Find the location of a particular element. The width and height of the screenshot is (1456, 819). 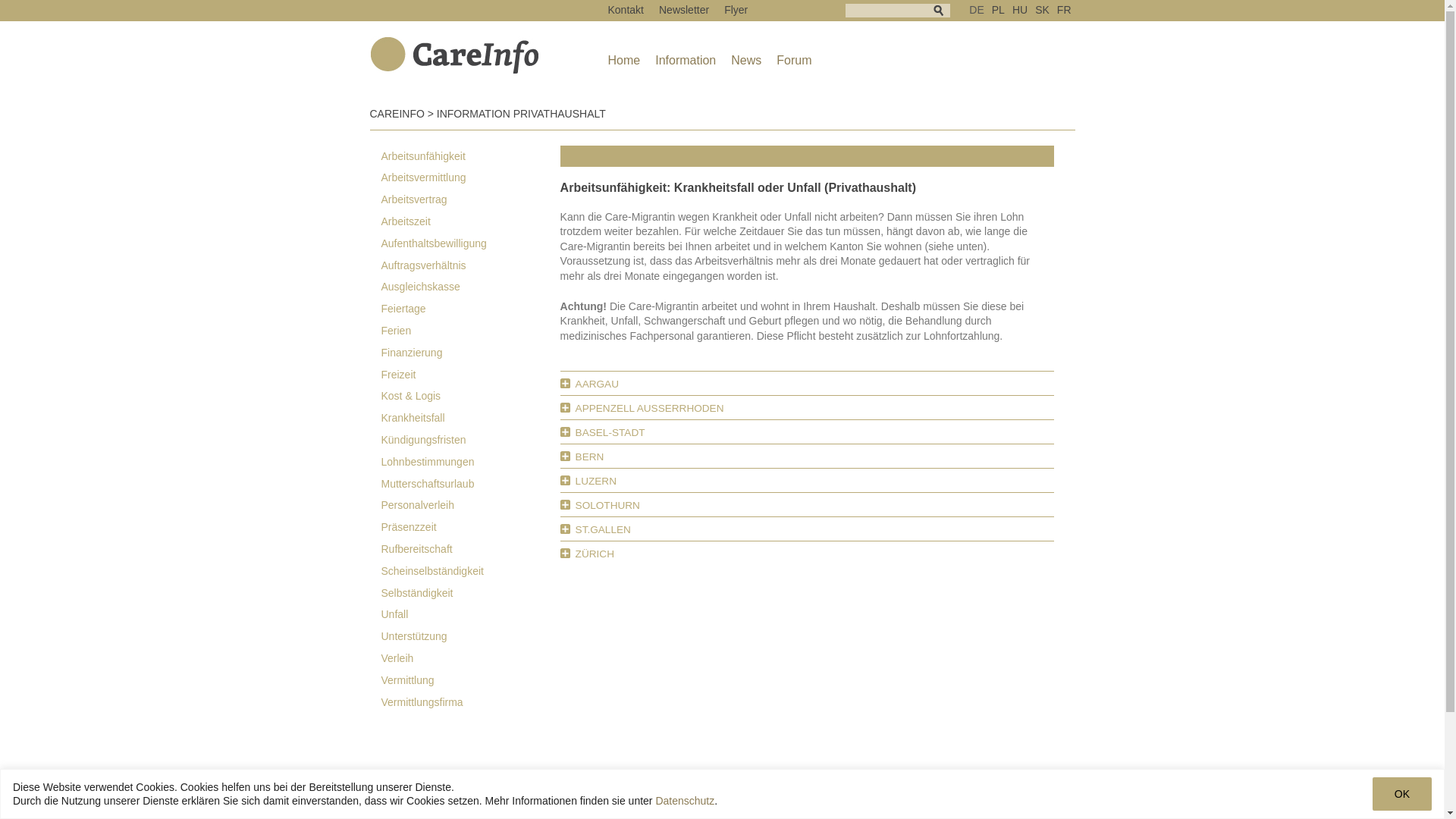

'Rufbereitschaft' is located at coordinates (469, 549).